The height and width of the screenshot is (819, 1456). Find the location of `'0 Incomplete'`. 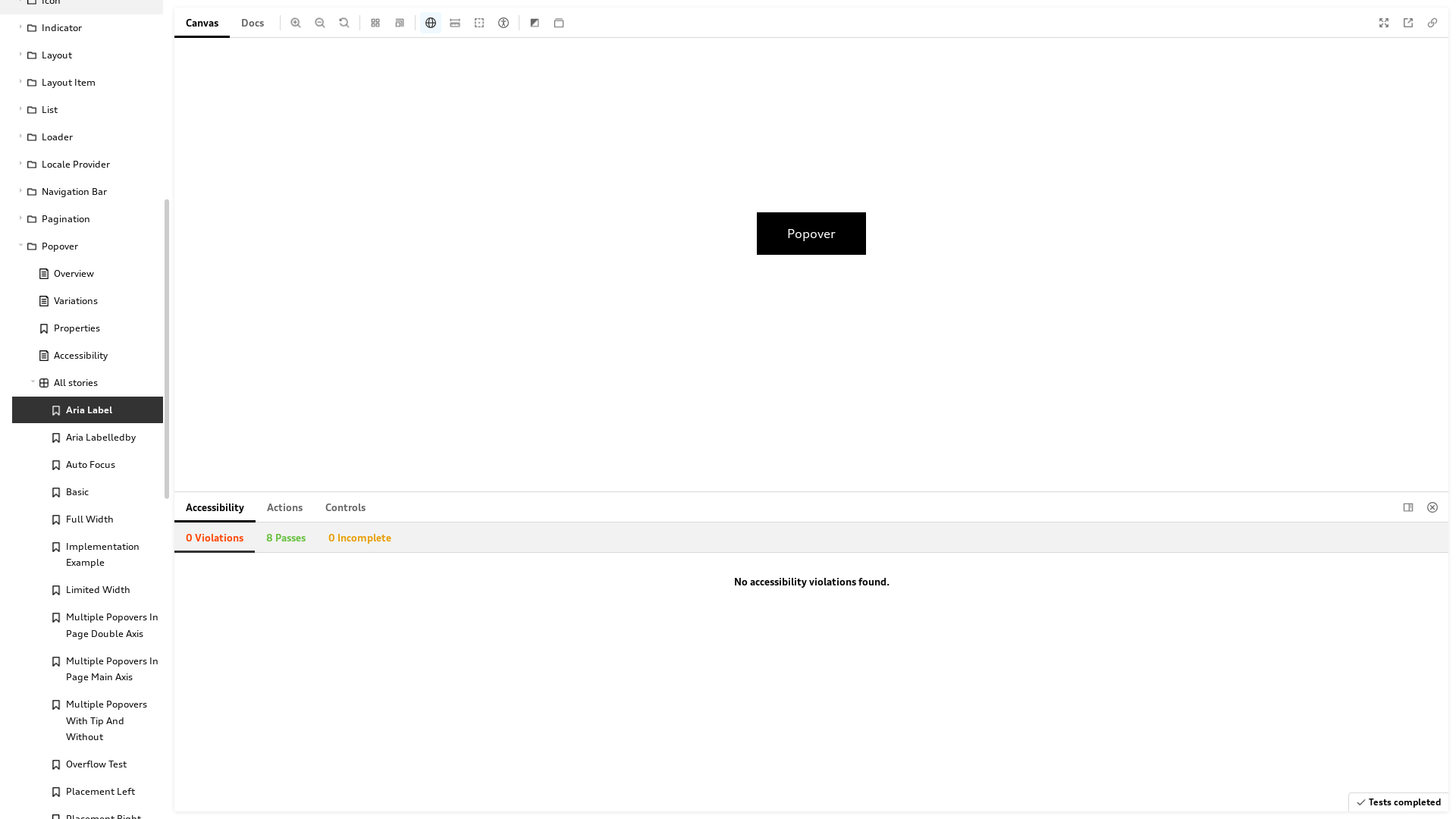

'0 Incomplete' is located at coordinates (315, 537).